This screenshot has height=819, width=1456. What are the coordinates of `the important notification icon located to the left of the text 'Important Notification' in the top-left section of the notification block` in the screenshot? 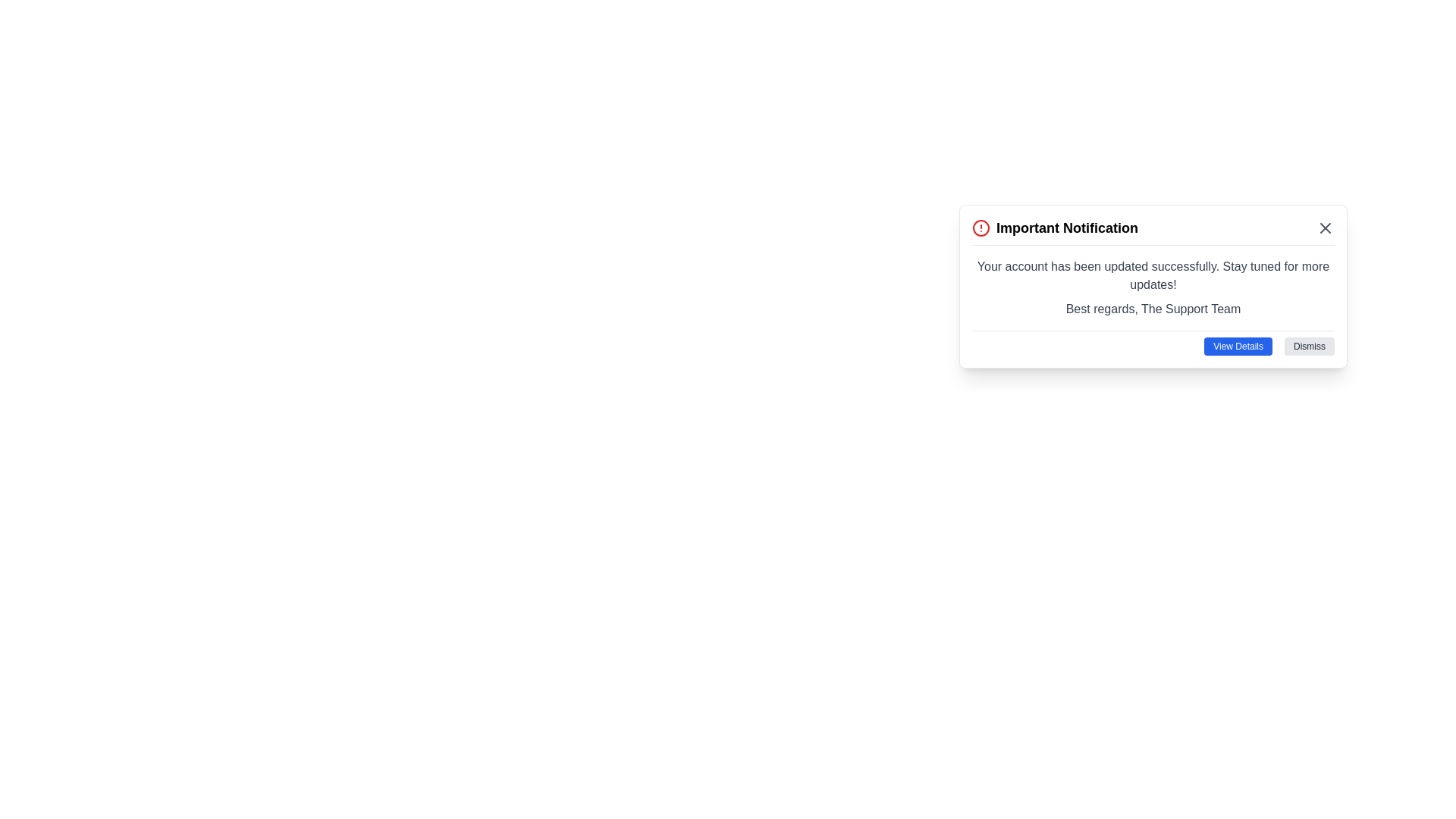 It's located at (981, 227).